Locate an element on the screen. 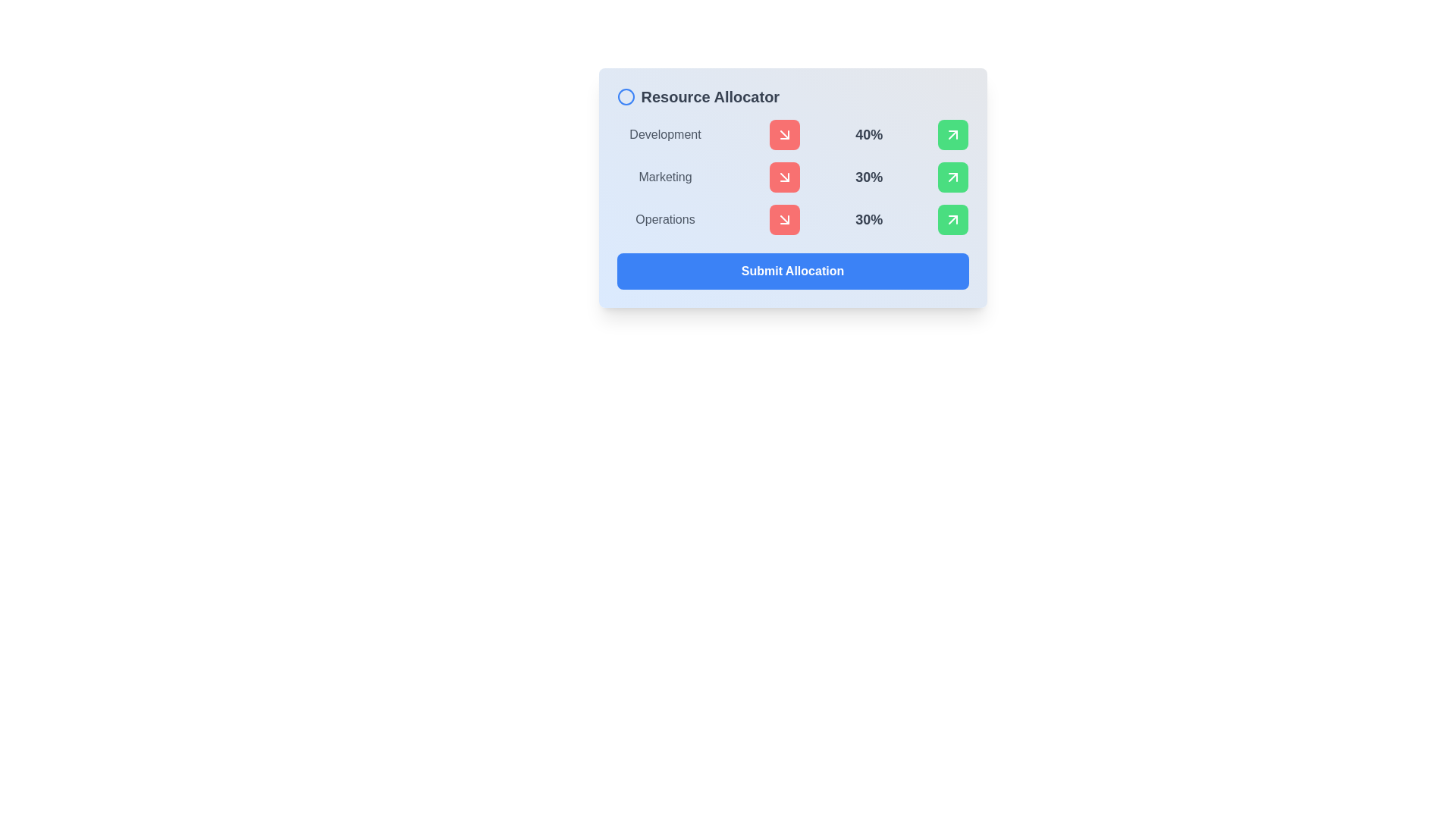 Image resolution: width=1456 pixels, height=819 pixels. the red square button with a downward arrow icon located between the text elements 'Development' and '40%' is located at coordinates (792, 133).